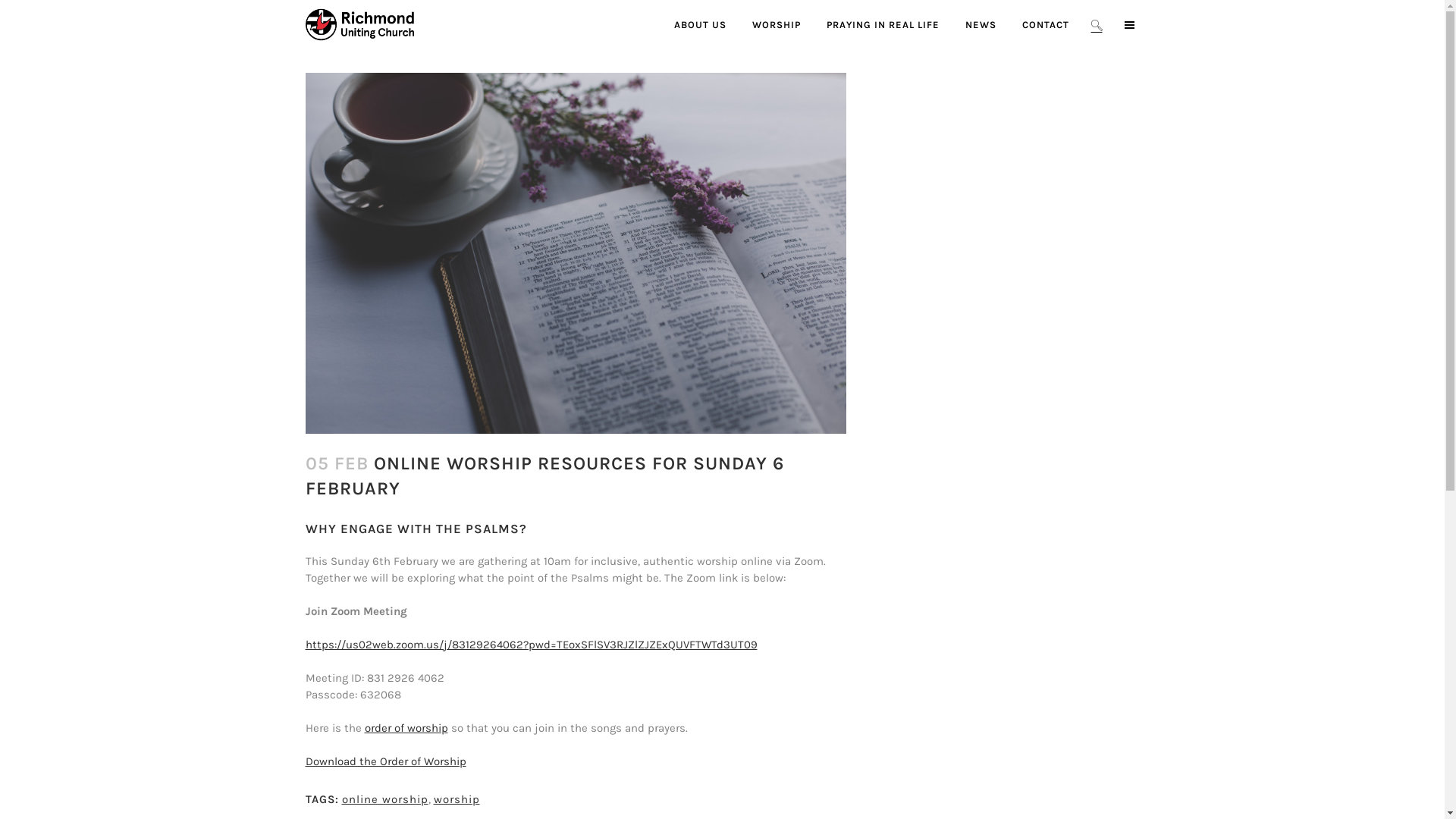 This screenshot has height=819, width=1456. I want to click on 'order of worship', so click(405, 727).